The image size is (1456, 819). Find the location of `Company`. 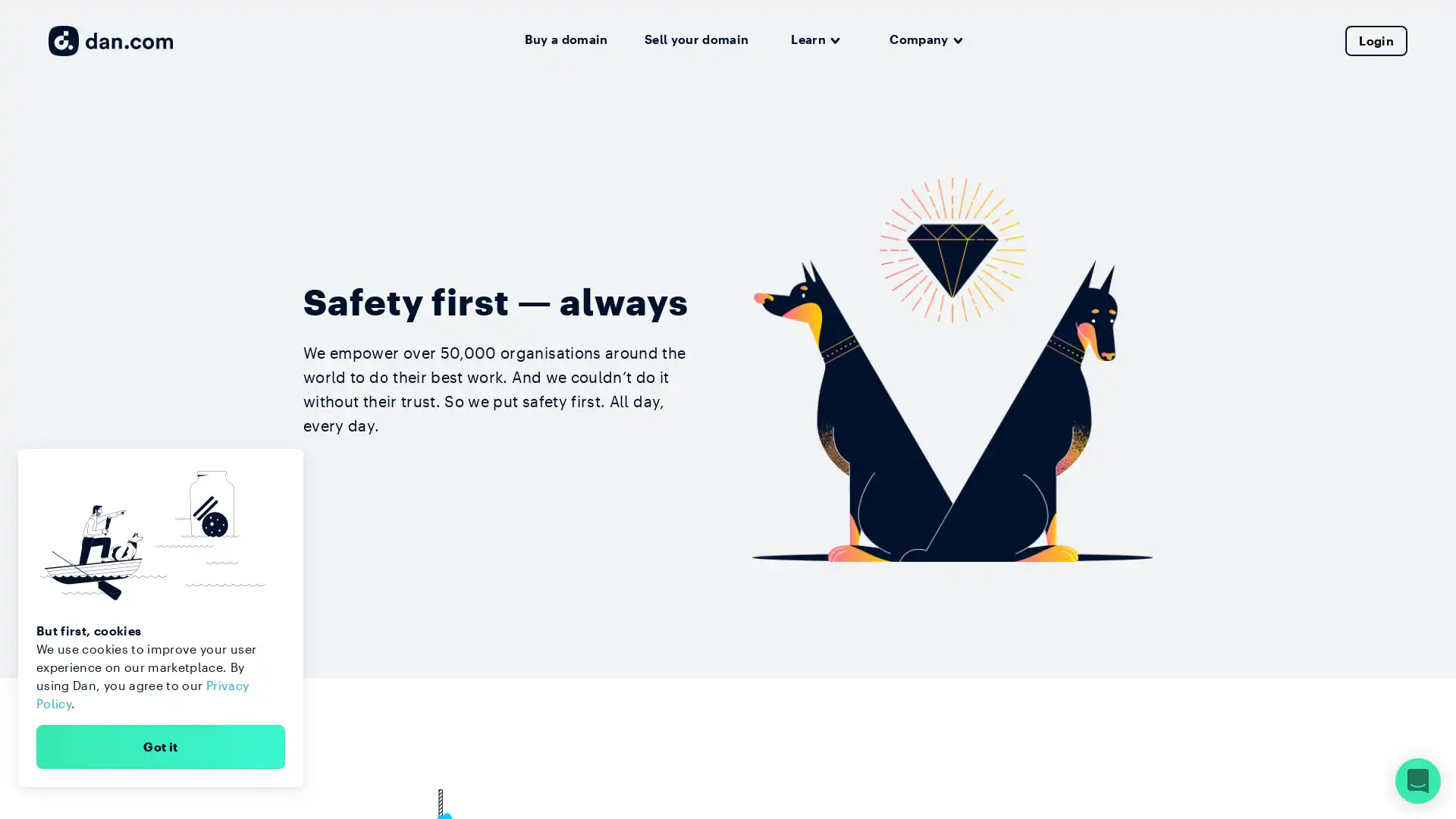

Company is located at coordinates (925, 39).